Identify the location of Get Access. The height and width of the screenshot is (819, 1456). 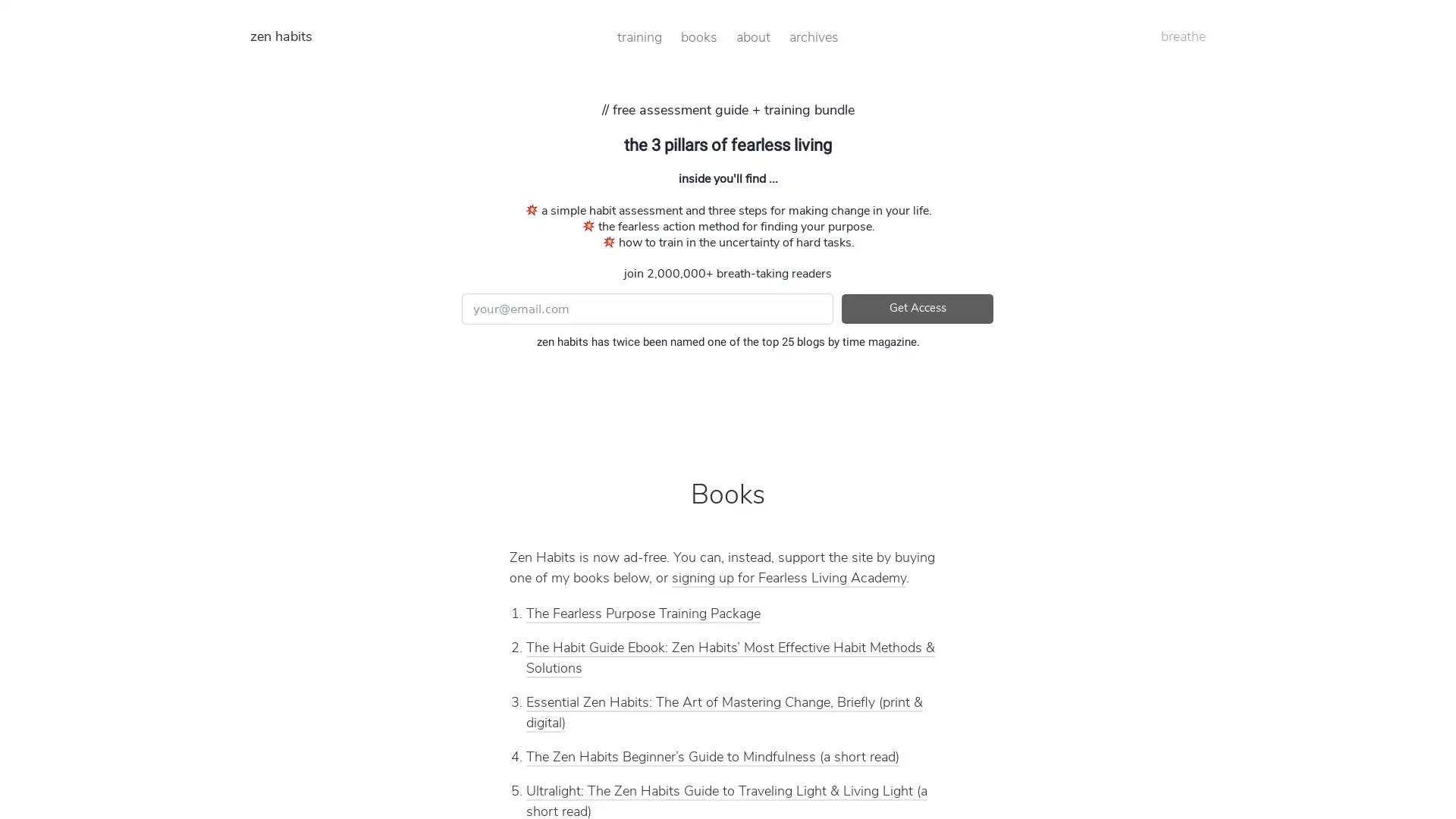
(916, 308).